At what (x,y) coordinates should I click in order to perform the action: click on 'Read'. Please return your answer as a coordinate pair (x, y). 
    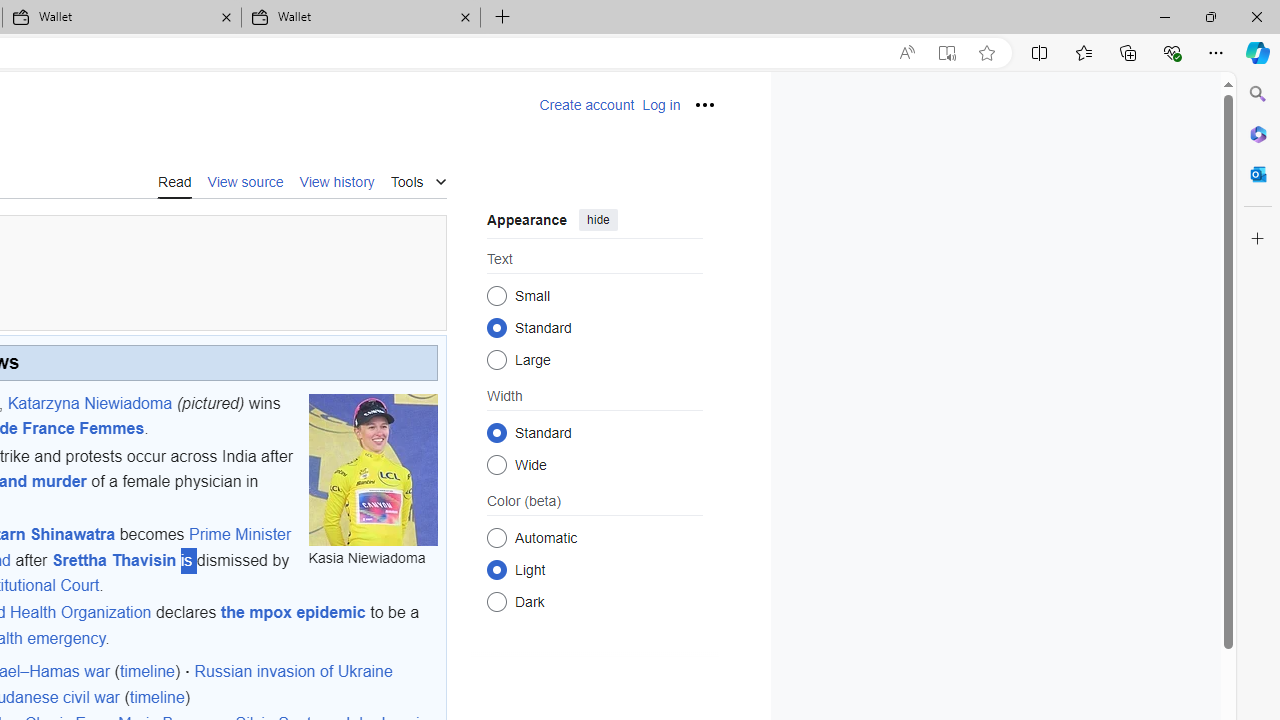
    Looking at the image, I should click on (174, 181).